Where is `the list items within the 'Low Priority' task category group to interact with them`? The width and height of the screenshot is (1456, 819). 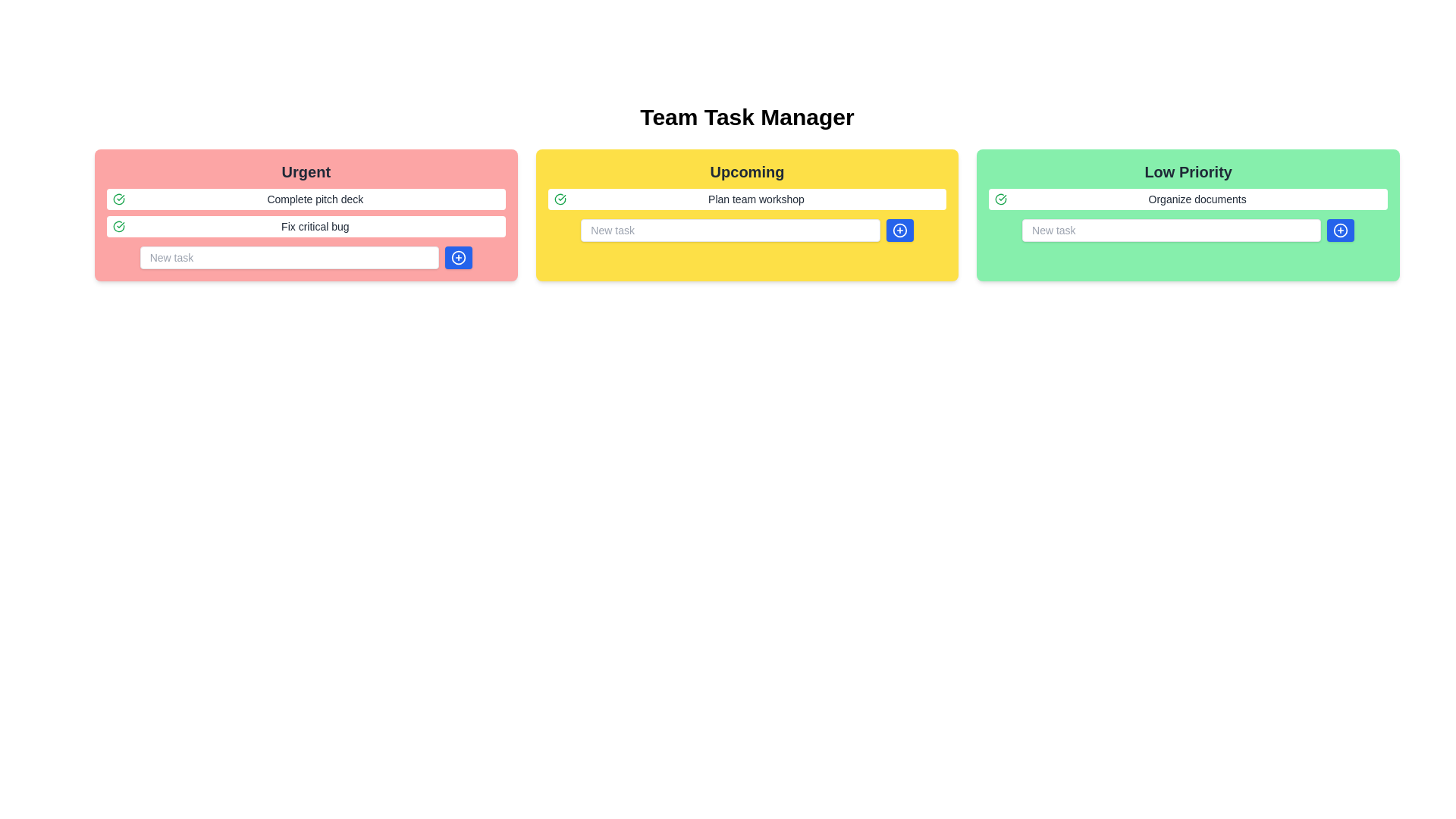 the list items within the 'Low Priority' task category group to interact with them is located at coordinates (1187, 215).